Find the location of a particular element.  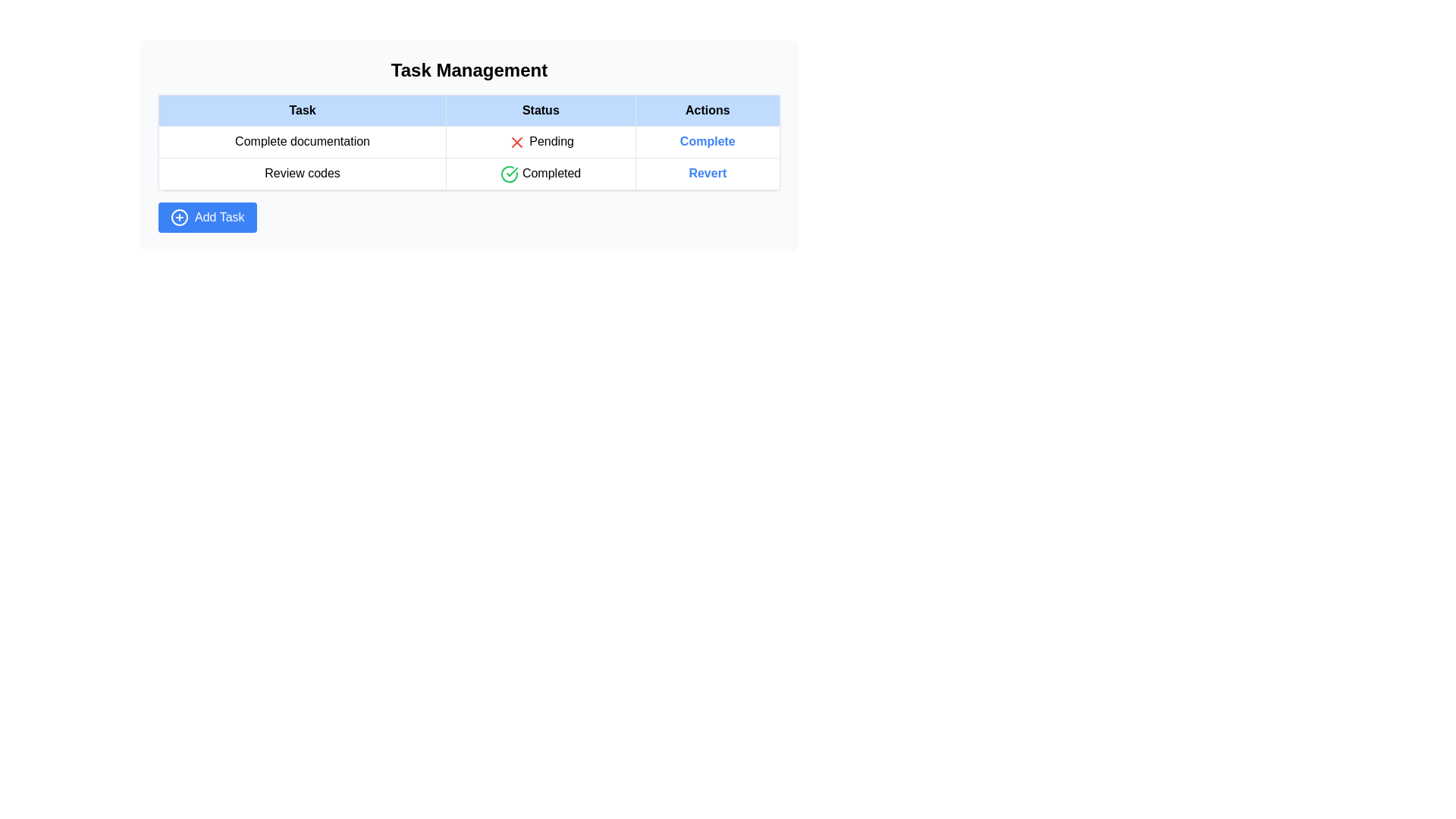

text content of the Table Header Cell containing the text 'Task' which is styled in bold and centered within a light blue background is located at coordinates (302, 110).